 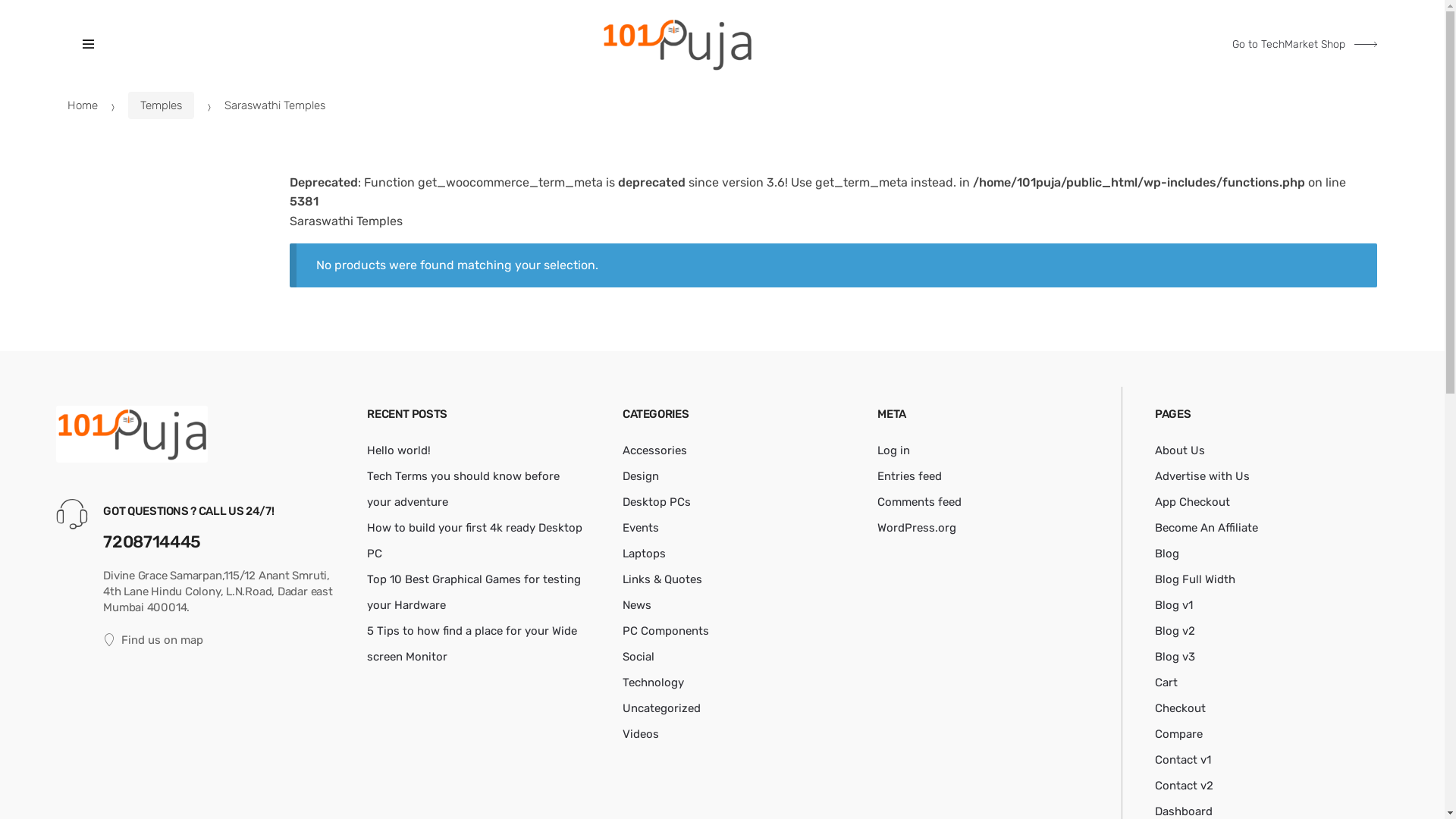 What do you see at coordinates (1174, 656) in the screenshot?
I see `'Blog v3'` at bounding box center [1174, 656].